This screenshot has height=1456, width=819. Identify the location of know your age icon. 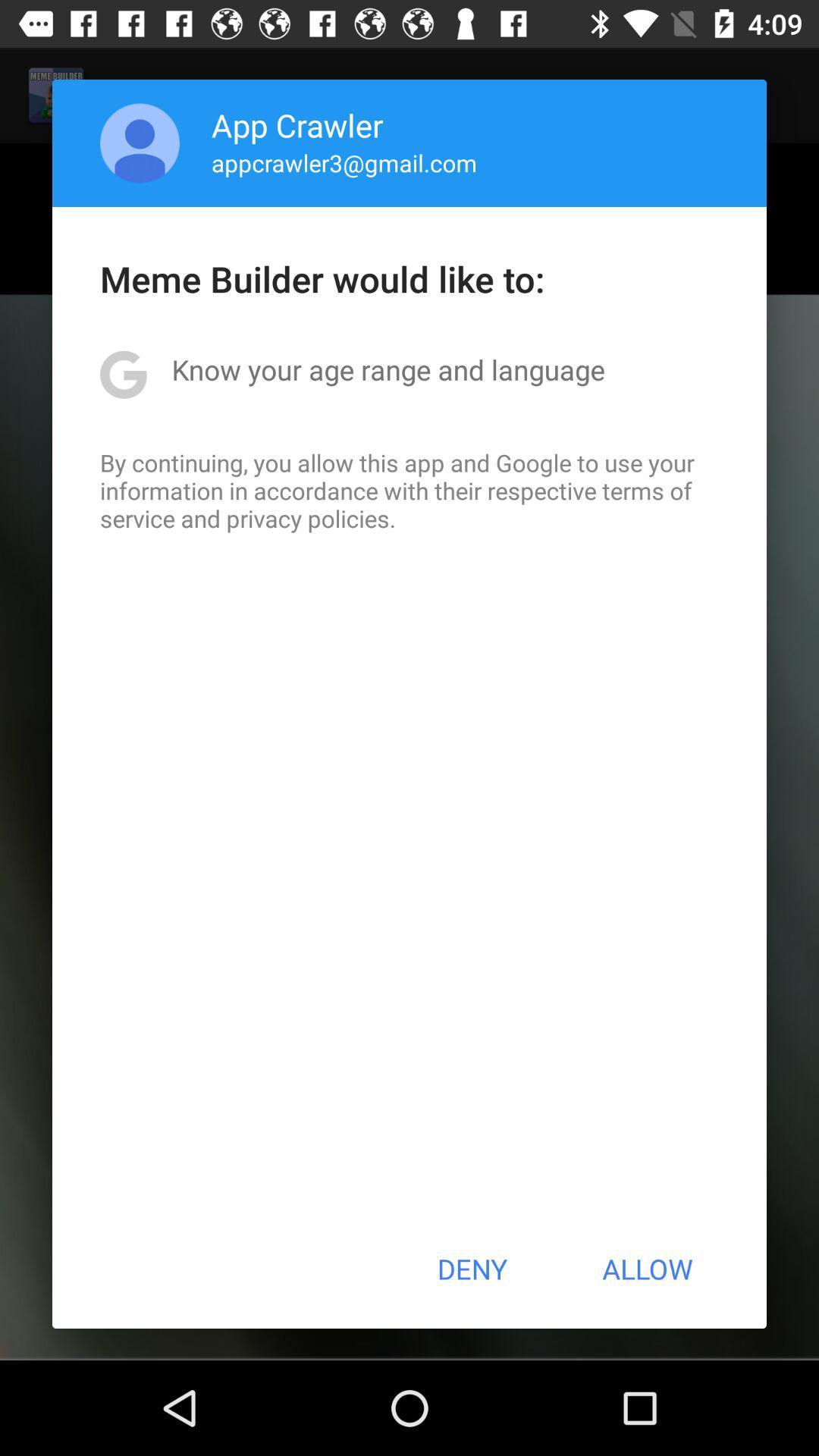
(388, 369).